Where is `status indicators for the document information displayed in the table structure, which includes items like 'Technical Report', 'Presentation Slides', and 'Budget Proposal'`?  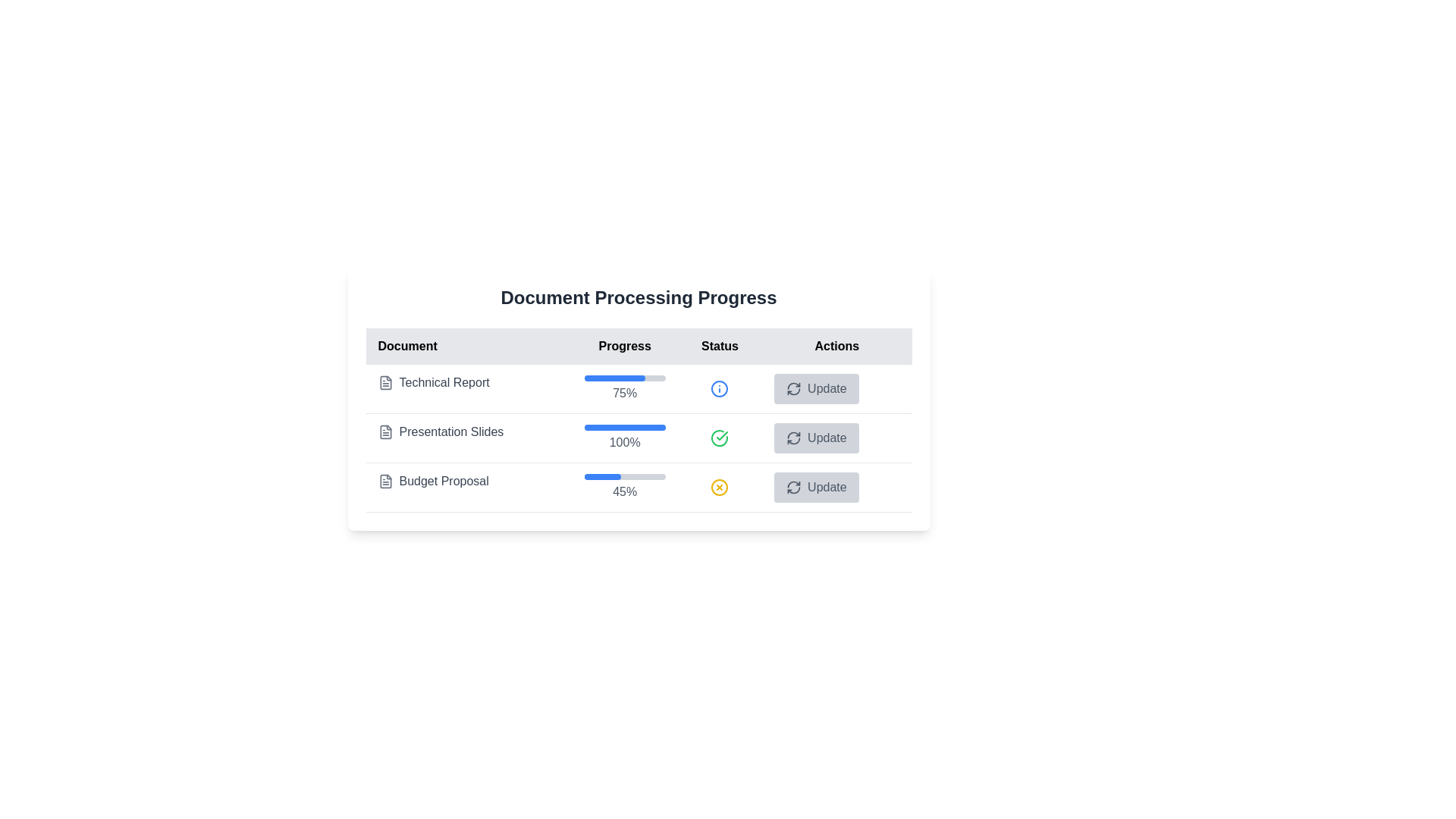 status indicators for the document information displayed in the table structure, which includes items like 'Technical Report', 'Presentation Slides', and 'Budget Proposal' is located at coordinates (639, 420).